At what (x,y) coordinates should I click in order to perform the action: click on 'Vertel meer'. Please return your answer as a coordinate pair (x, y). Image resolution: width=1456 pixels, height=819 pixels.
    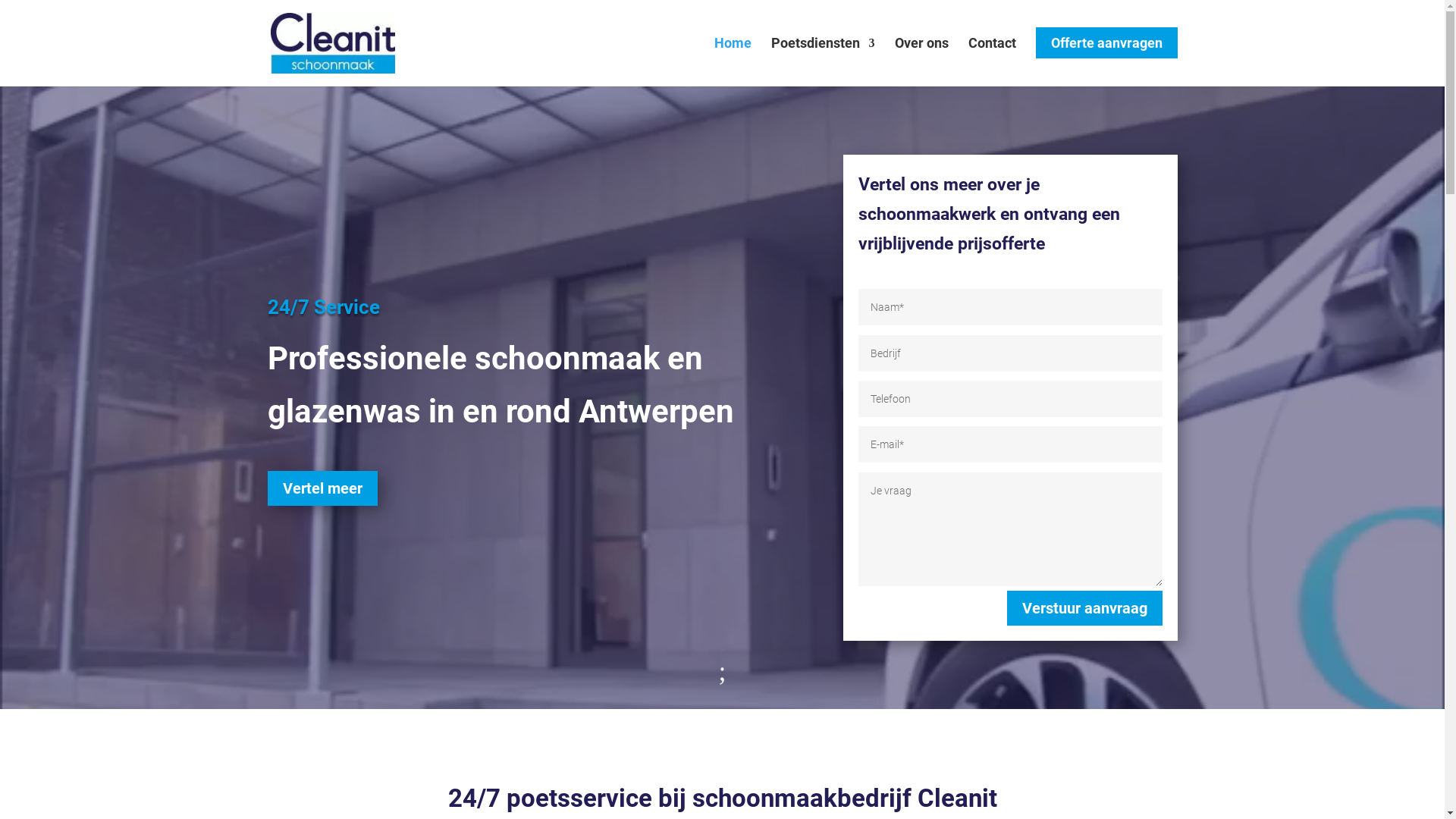
    Looking at the image, I should click on (322, 488).